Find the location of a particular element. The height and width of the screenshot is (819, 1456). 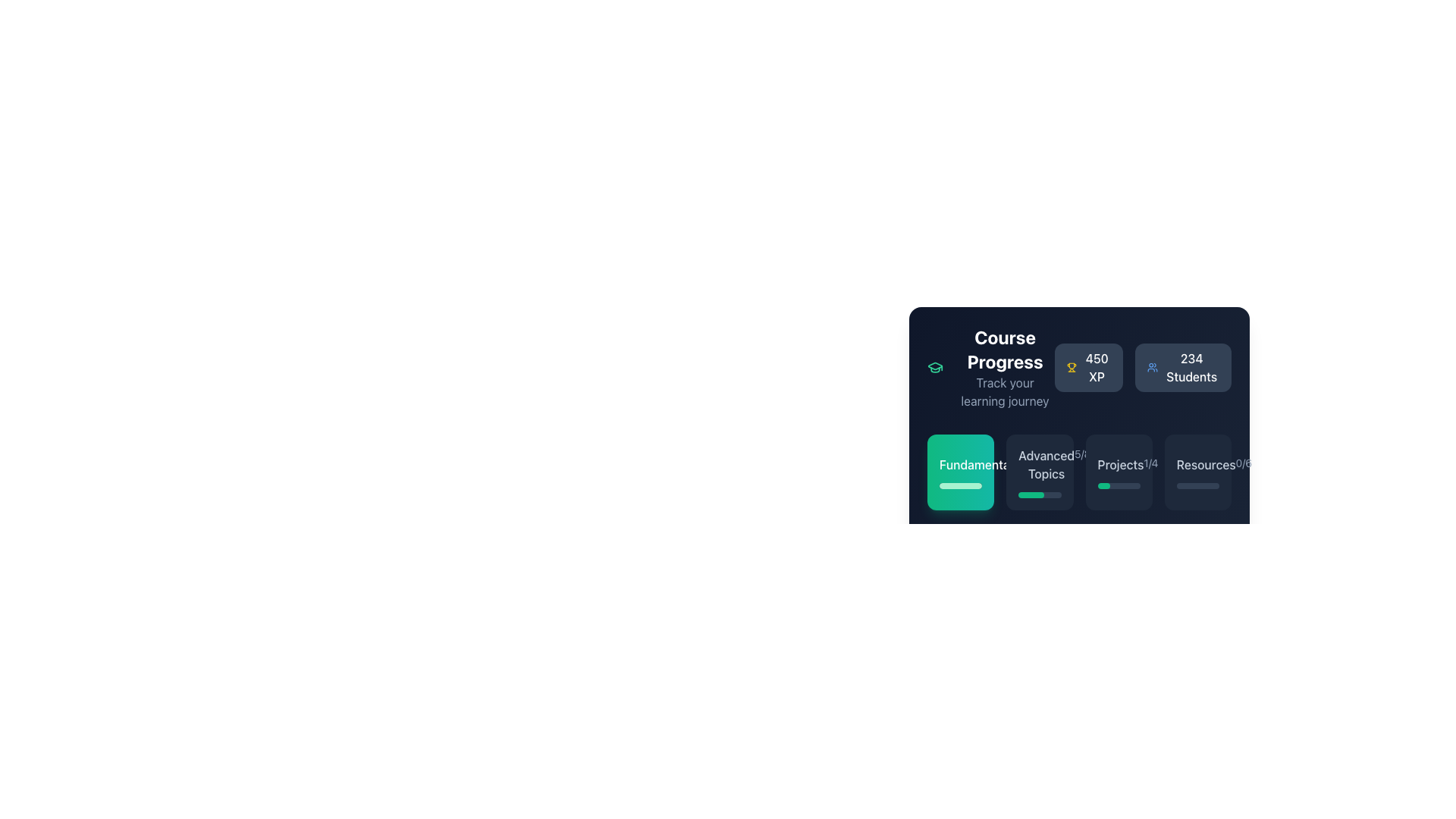

progress bar located centrally within the 'Projects' card under the 'Course Progress' header to determine the progress percentage is located at coordinates (1119, 485).